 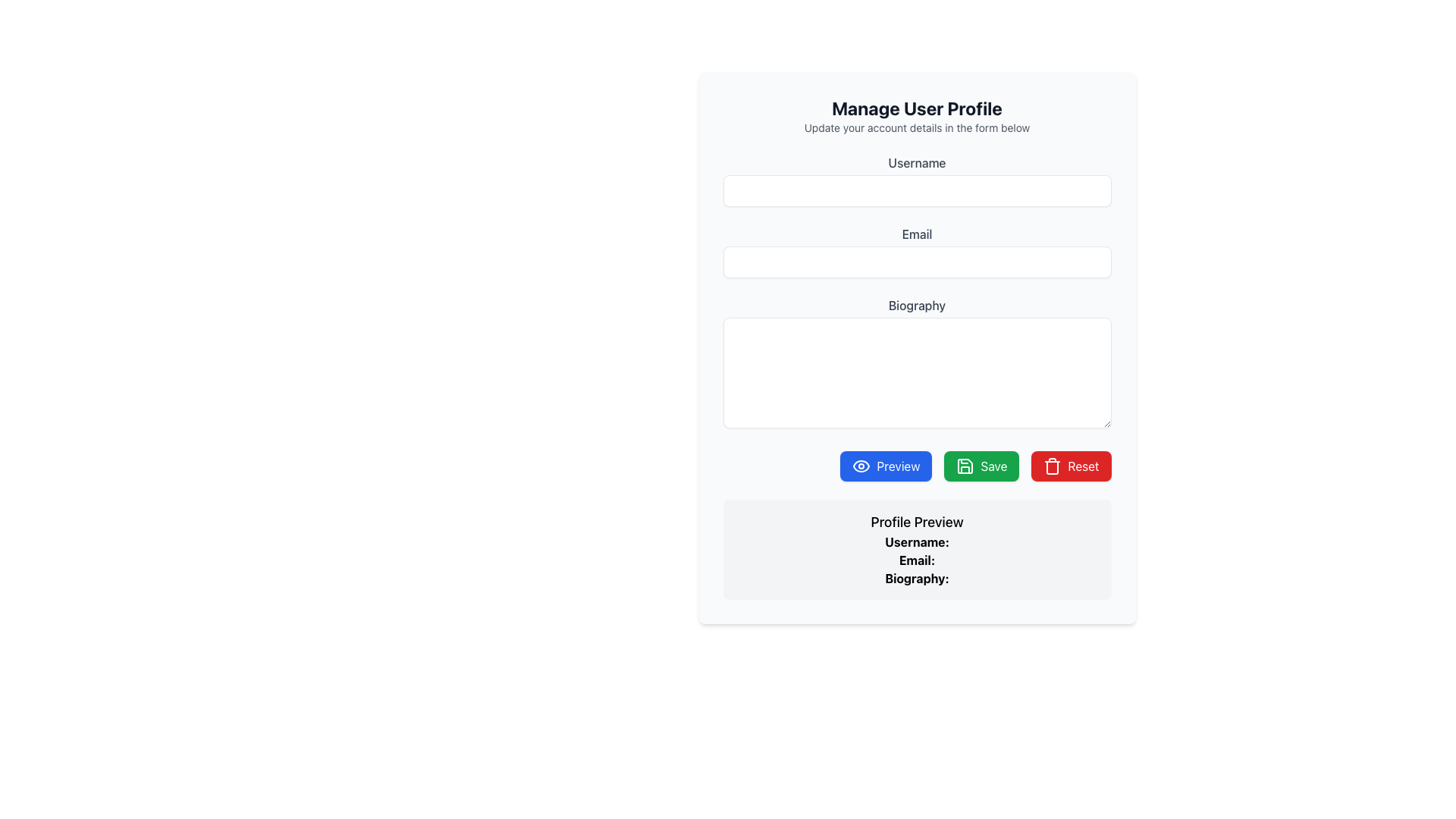 I want to click on the text label reading 'Email:' located in the 'Profile Preview' section, positioned next to 'Username:' and above 'Biography:', so click(x=916, y=560).